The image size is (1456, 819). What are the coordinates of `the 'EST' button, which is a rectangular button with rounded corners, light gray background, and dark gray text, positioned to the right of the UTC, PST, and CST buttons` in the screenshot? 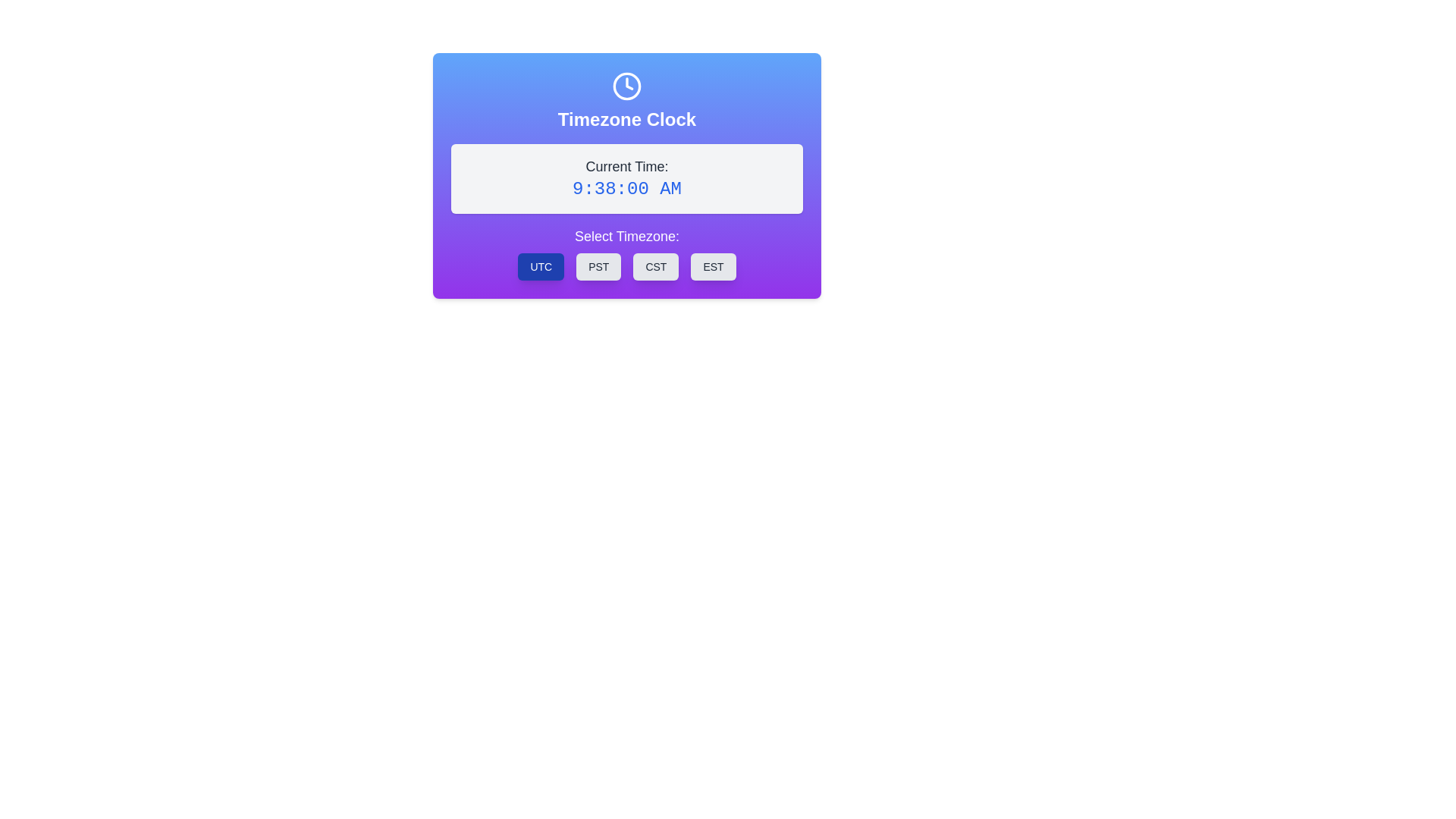 It's located at (712, 265).